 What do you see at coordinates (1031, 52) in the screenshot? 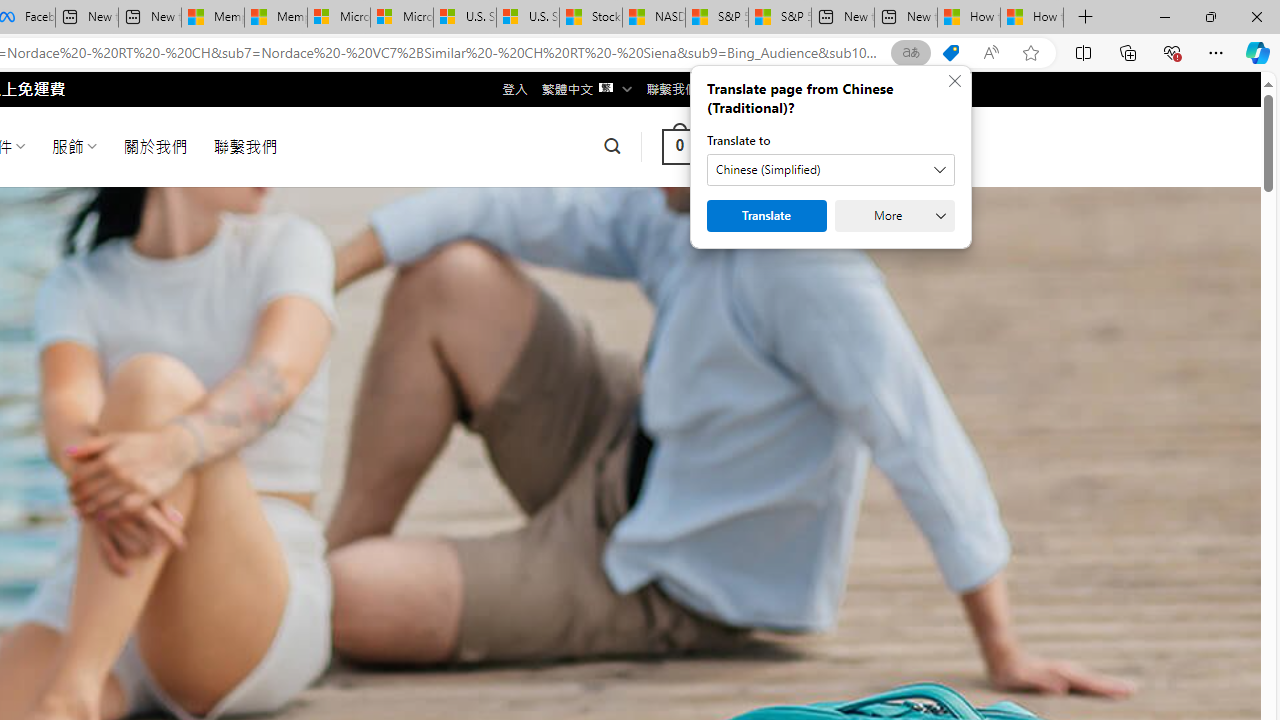
I see `'Add this page to favorites (Ctrl+D)'` at bounding box center [1031, 52].